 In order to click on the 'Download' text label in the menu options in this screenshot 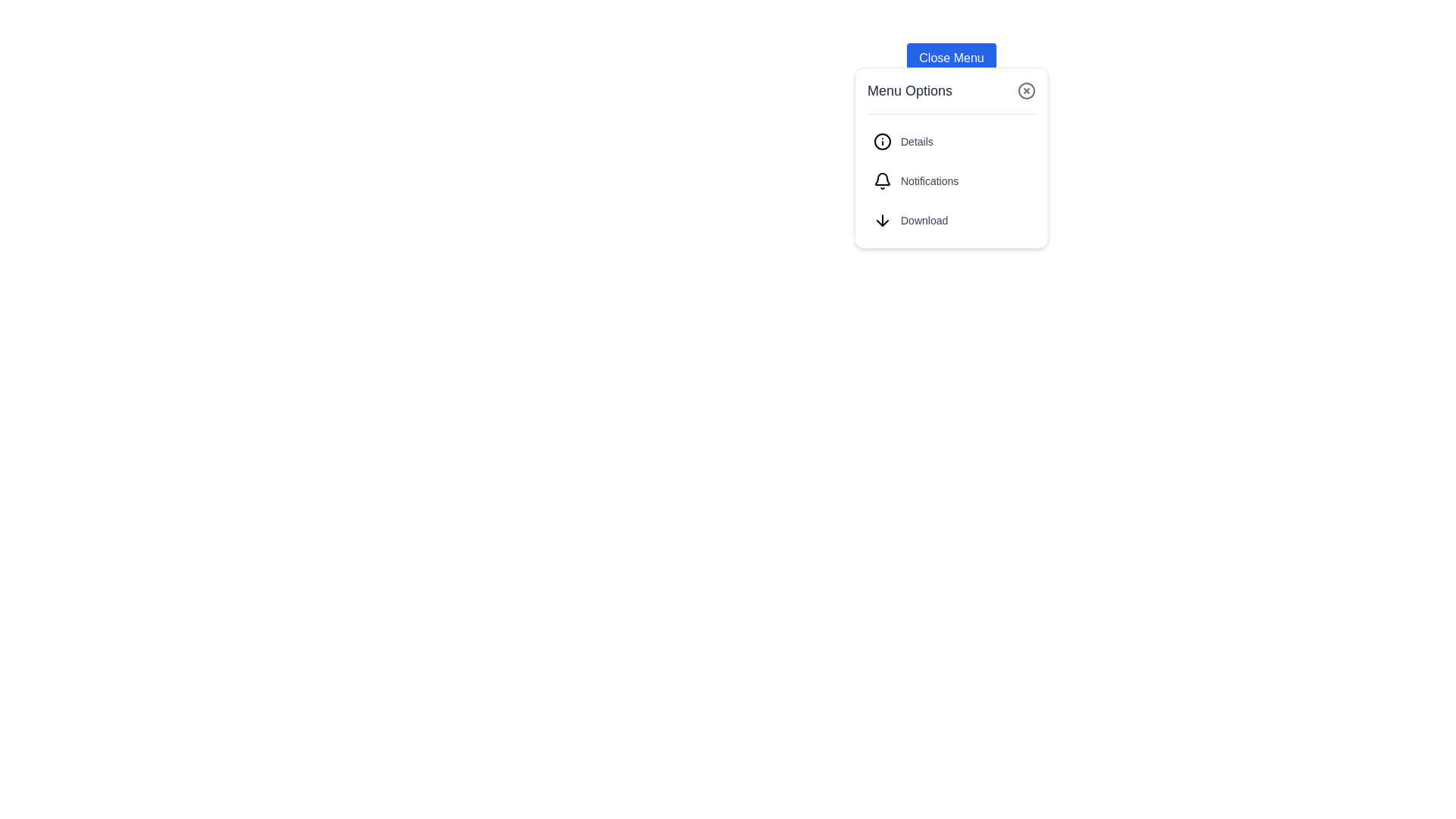, I will do `click(924, 220)`.